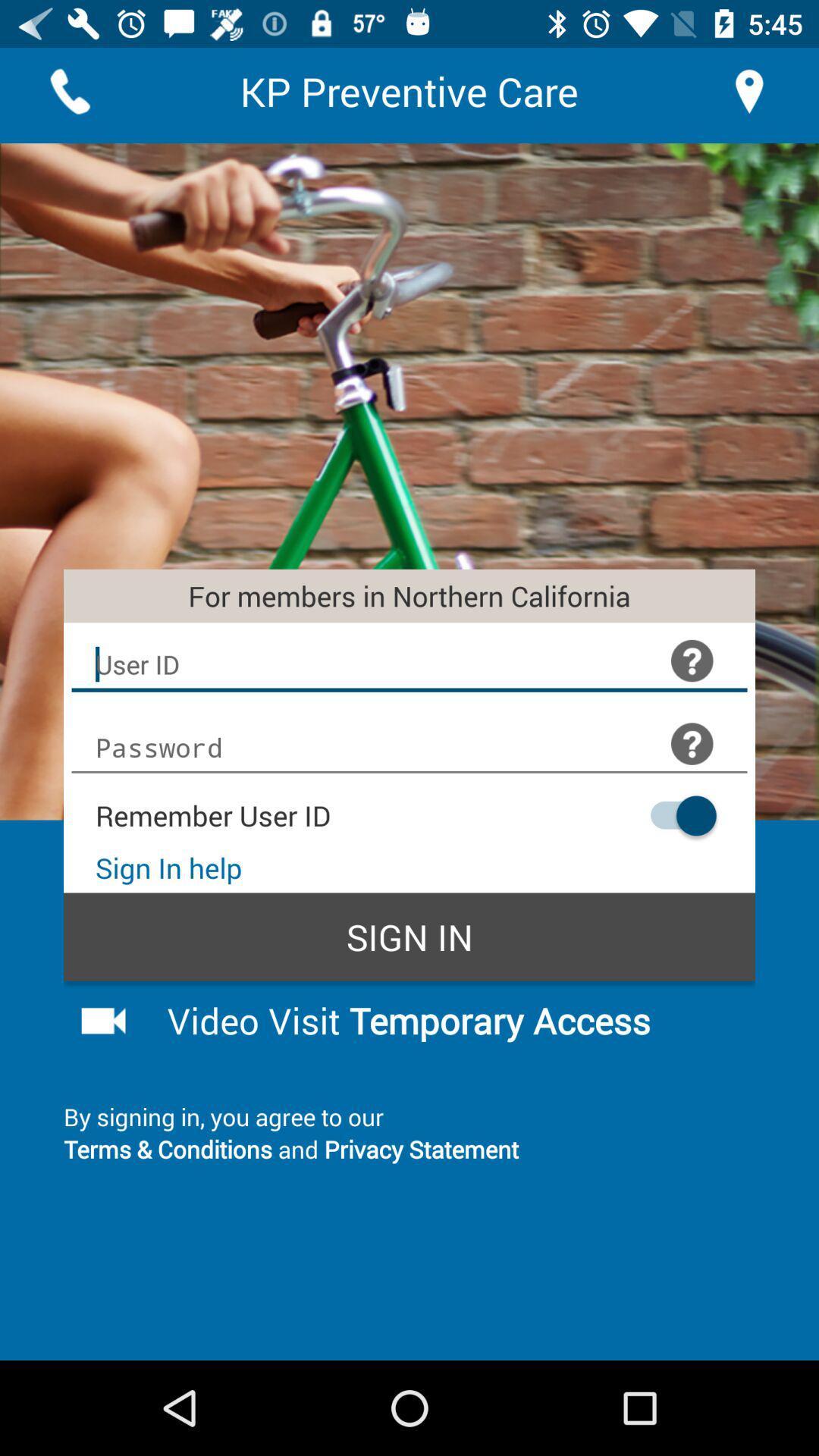 The height and width of the screenshot is (1456, 819). I want to click on app next to remember user id app, so click(675, 814).